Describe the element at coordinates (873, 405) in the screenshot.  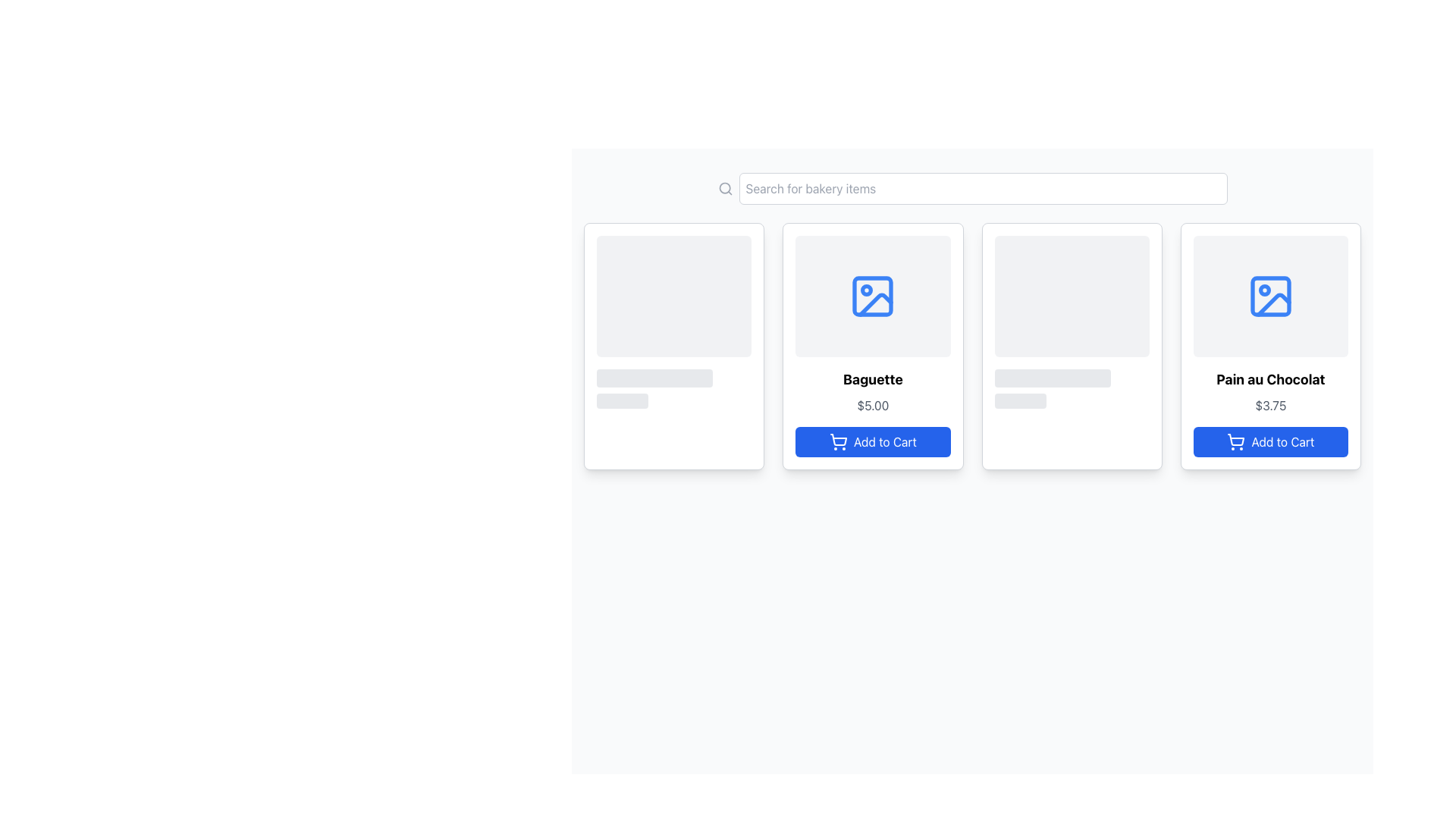
I see `the text label displaying '$5.00' located below the title 'Baguette' in the product listing card` at that location.